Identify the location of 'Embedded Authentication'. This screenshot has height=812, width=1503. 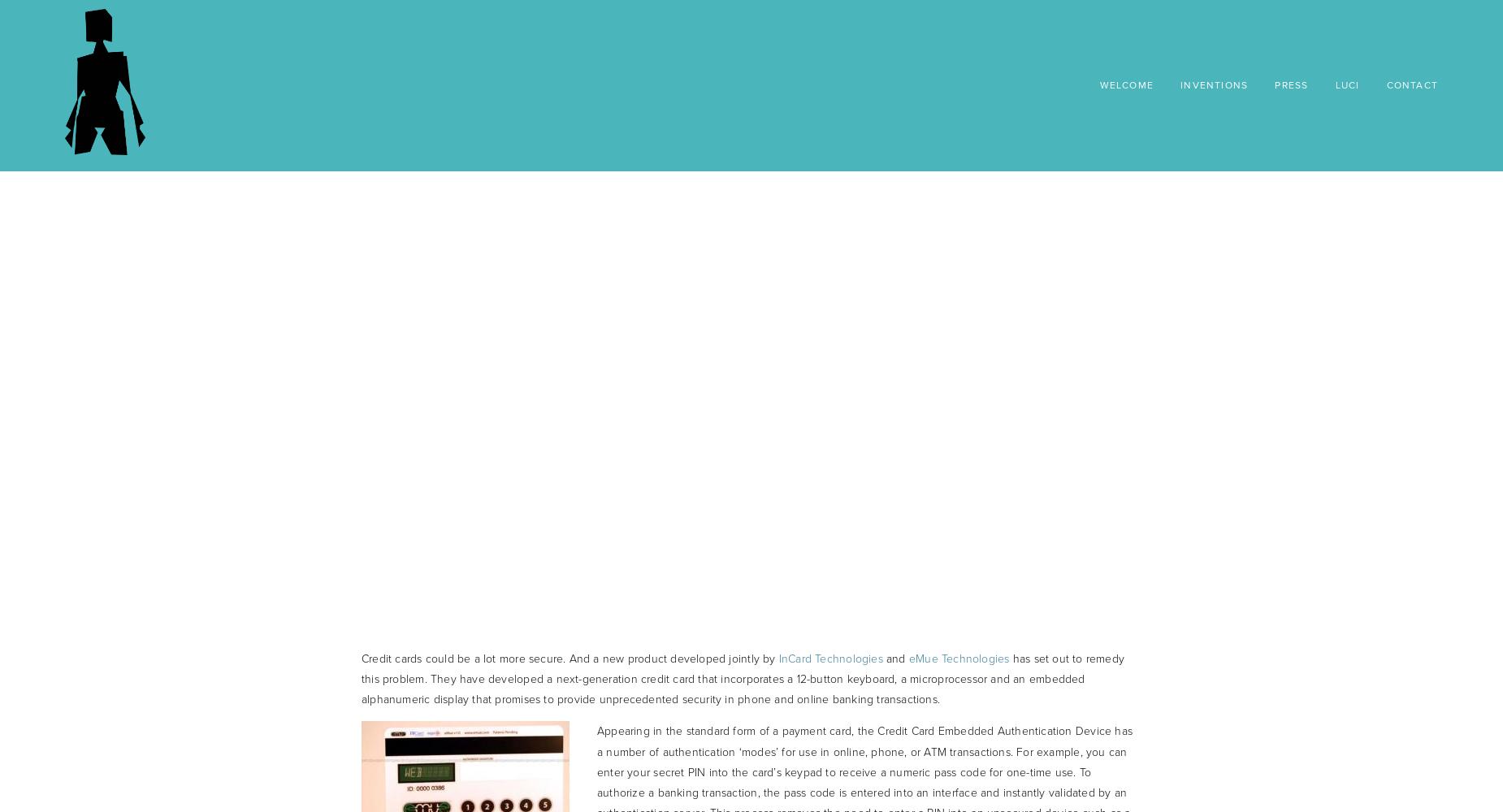
(480, 322).